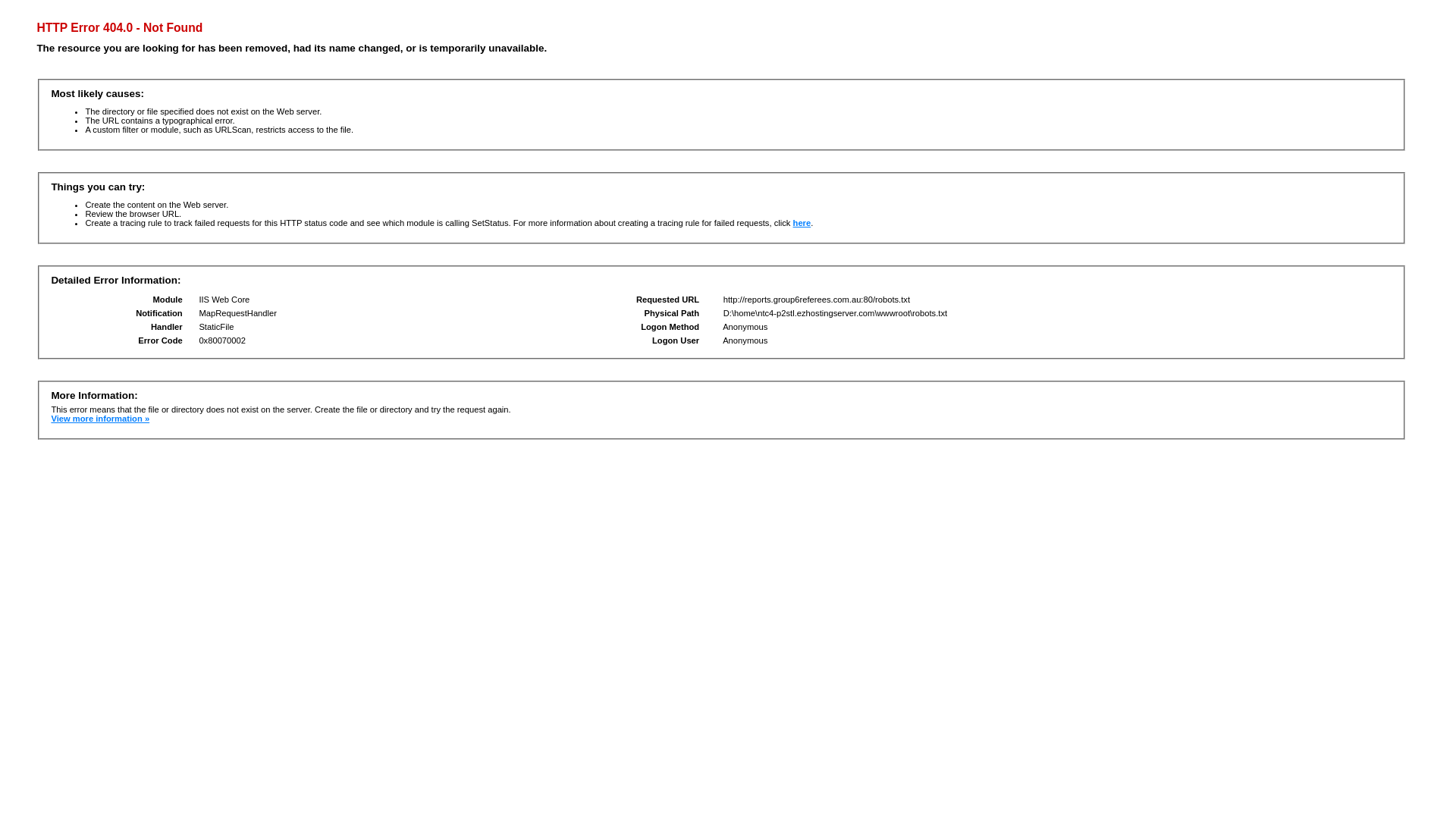  I want to click on 'here', so click(801, 222).